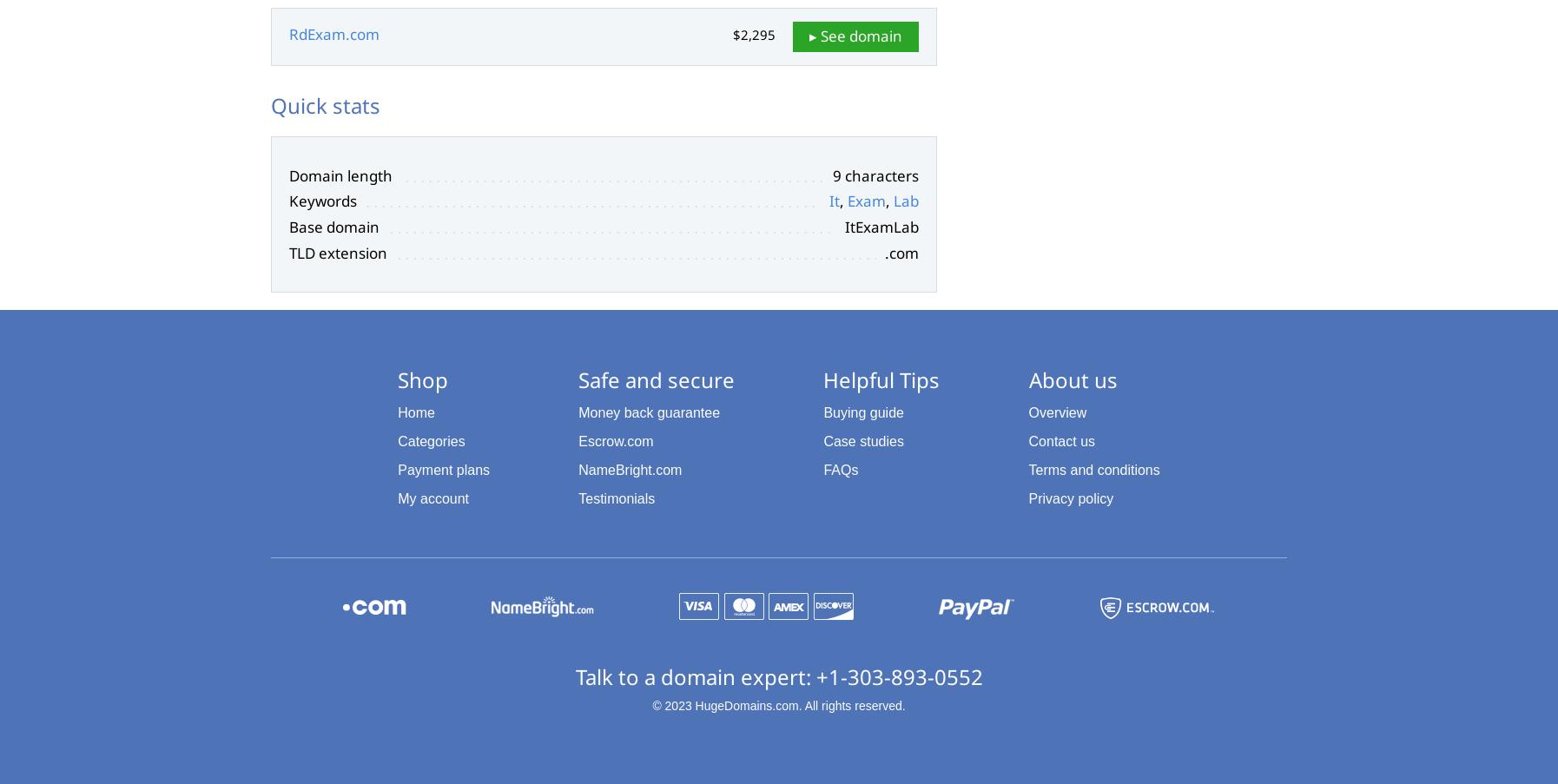 The image size is (1558, 784). What do you see at coordinates (574, 675) in the screenshot?
I see `'Talk to a domain expert:'` at bounding box center [574, 675].